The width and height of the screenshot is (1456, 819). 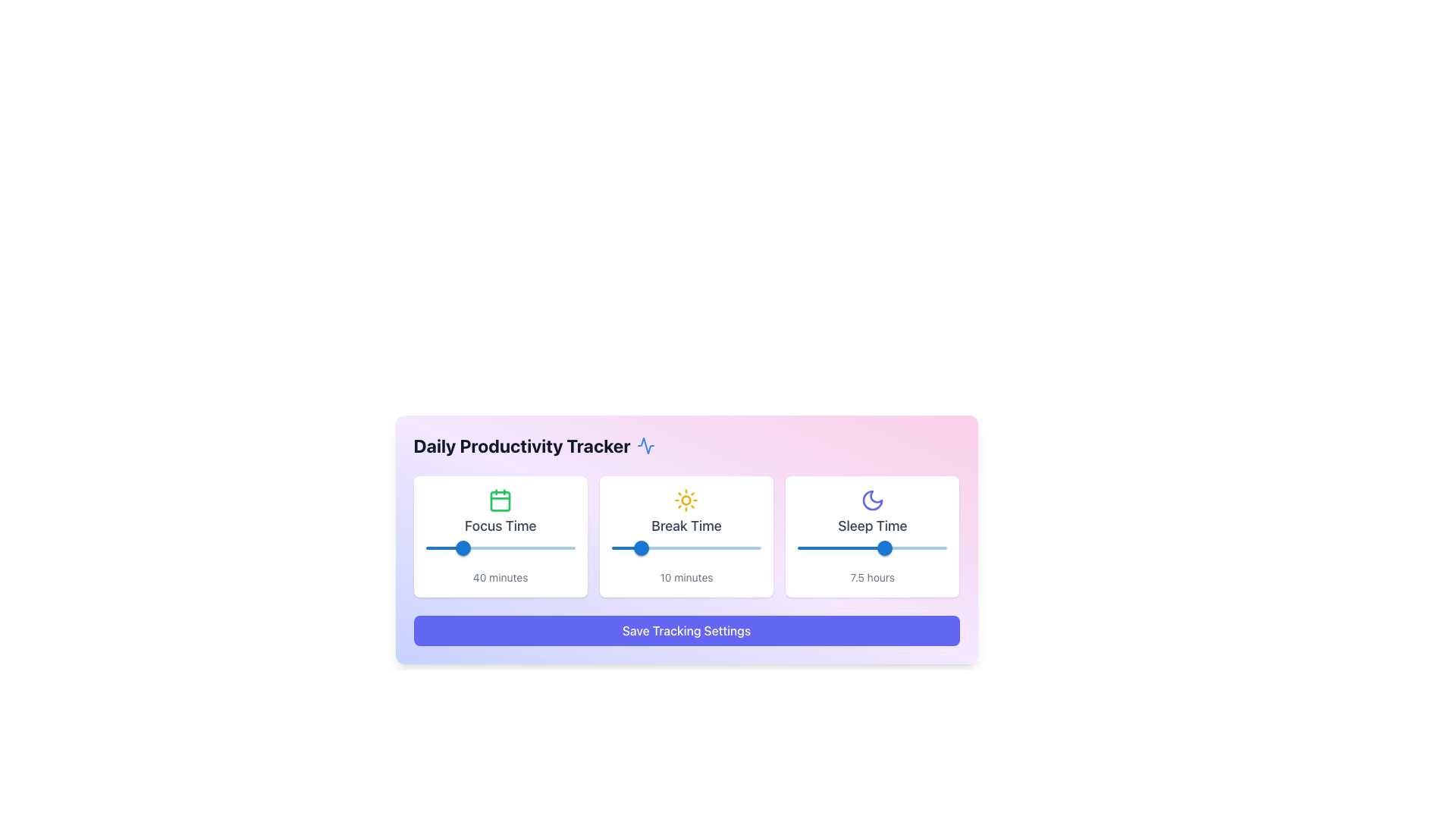 What do you see at coordinates (648, 548) in the screenshot?
I see `break time` at bounding box center [648, 548].